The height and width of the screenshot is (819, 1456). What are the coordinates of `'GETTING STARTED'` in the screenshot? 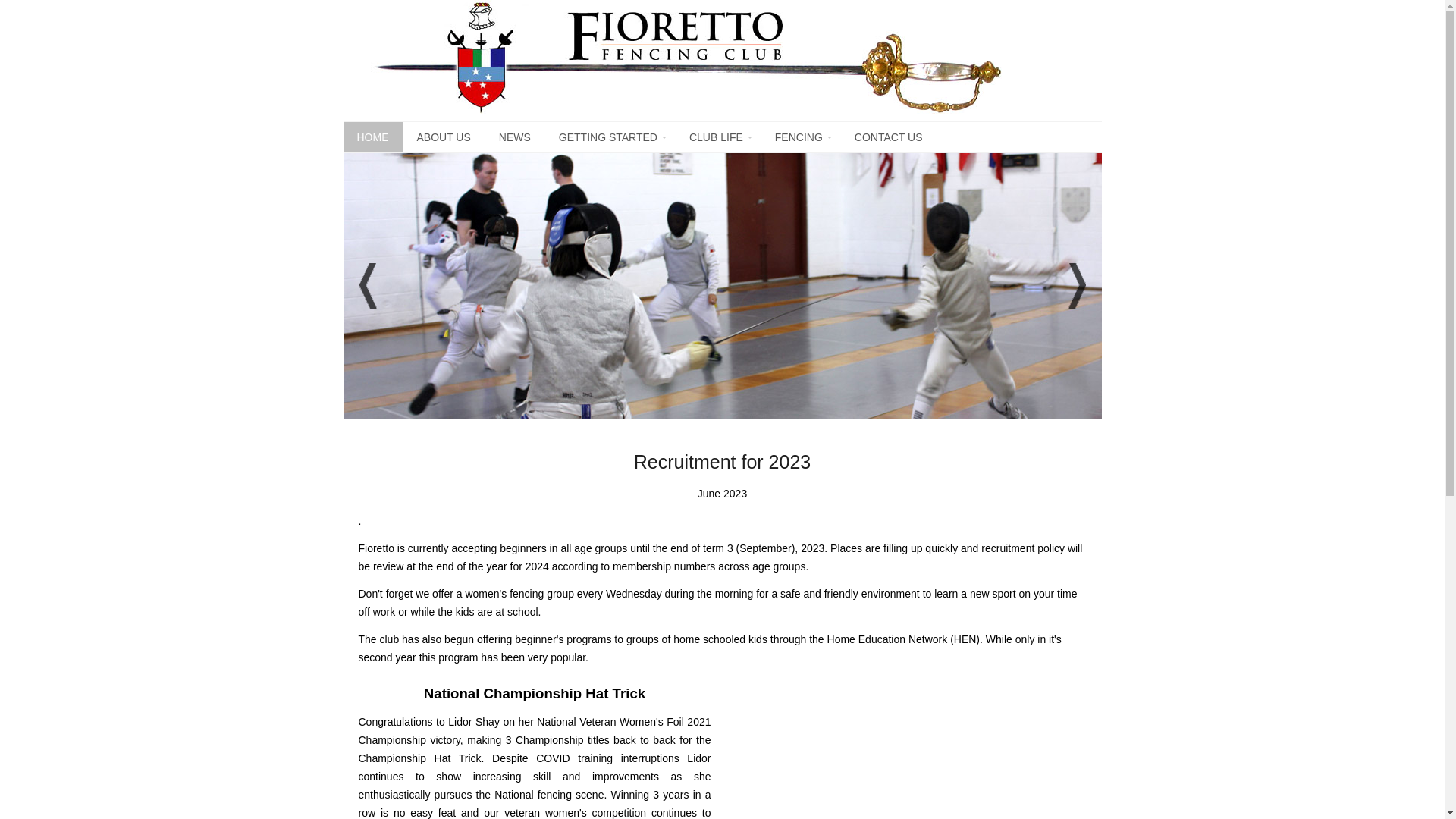 It's located at (545, 137).